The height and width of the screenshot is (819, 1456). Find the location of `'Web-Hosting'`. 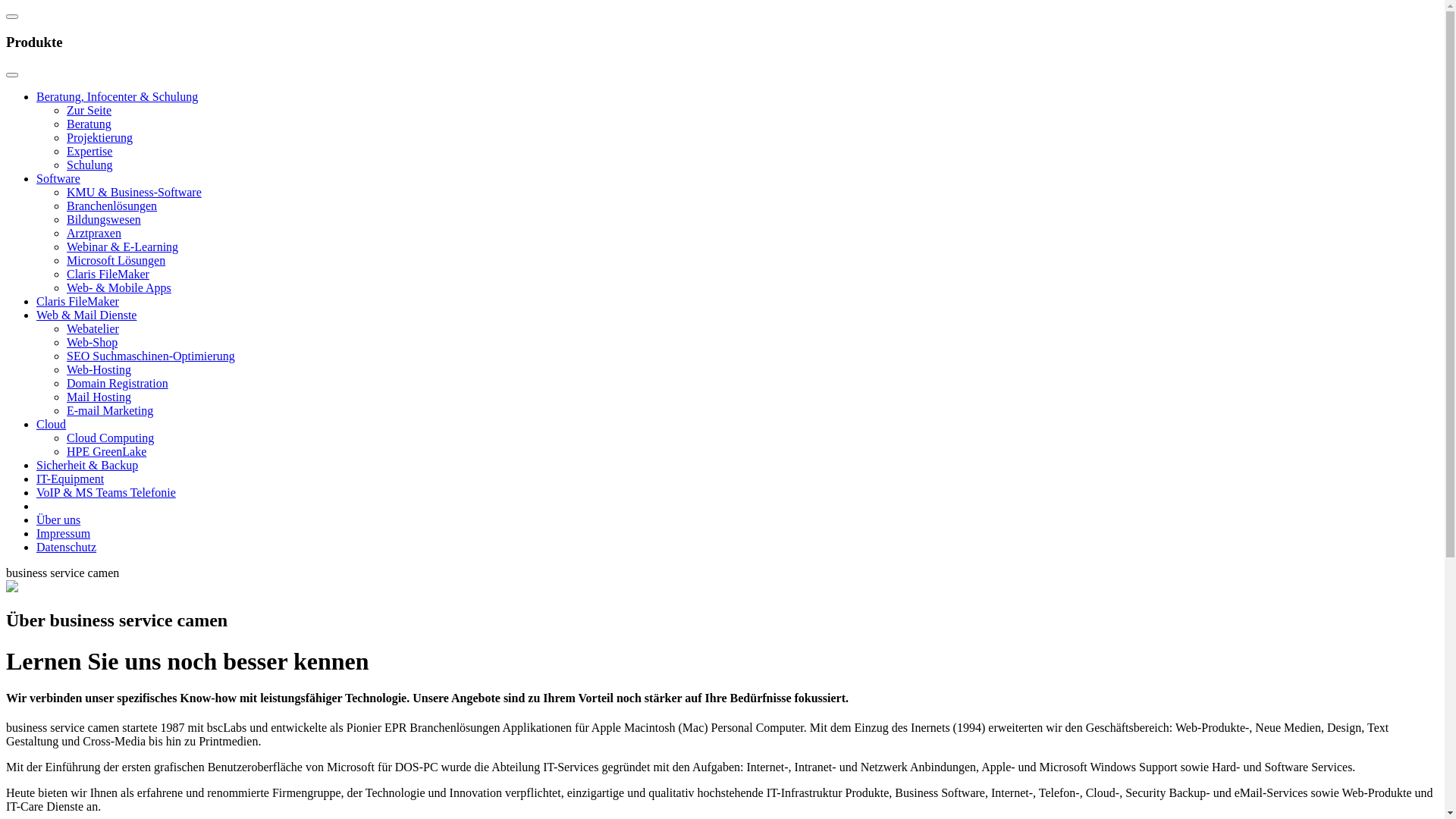

'Web-Hosting' is located at coordinates (65, 369).